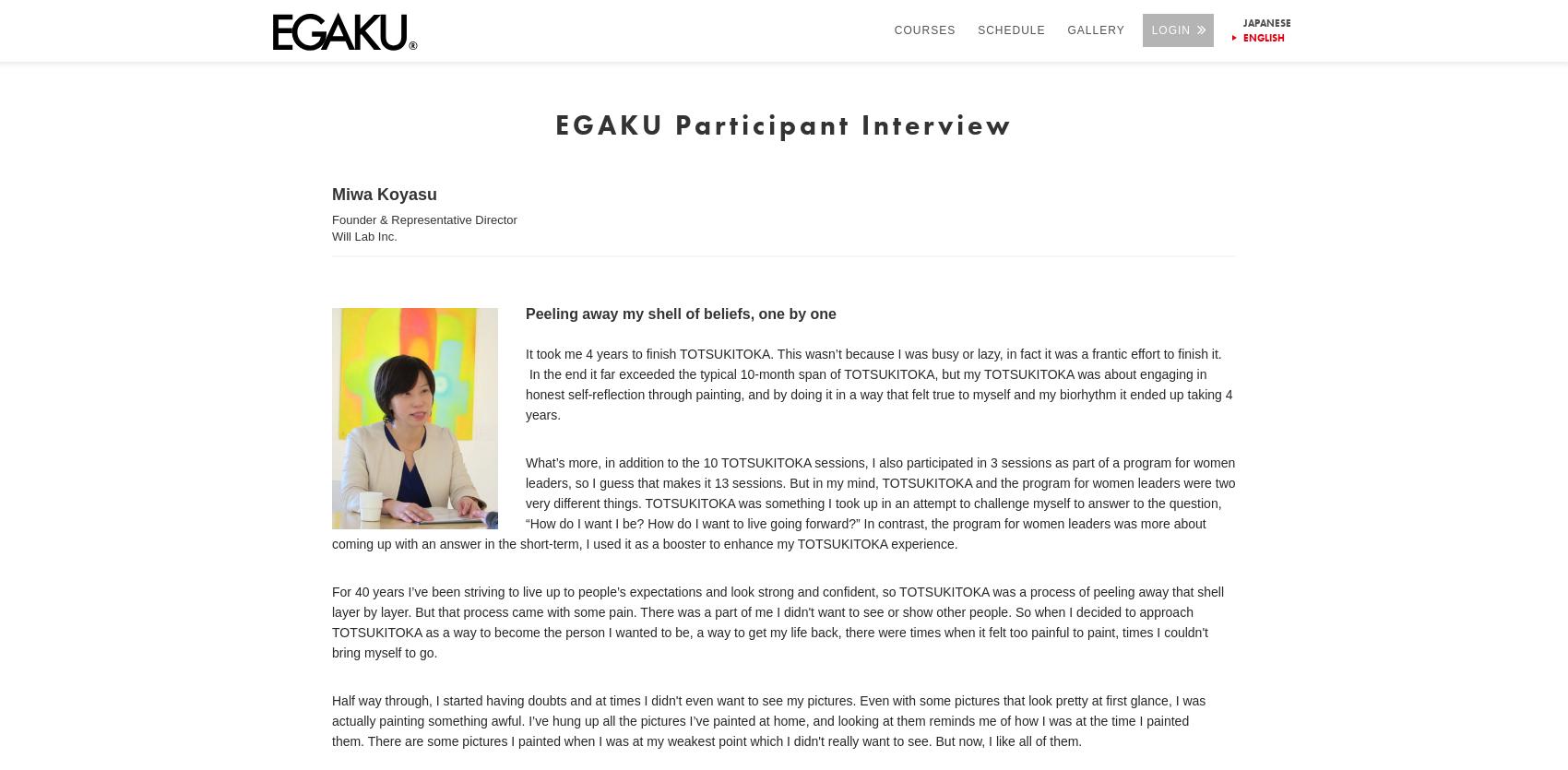  Describe the element at coordinates (1094, 30) in the screenshot. I see `'GALLERY'` at that location.